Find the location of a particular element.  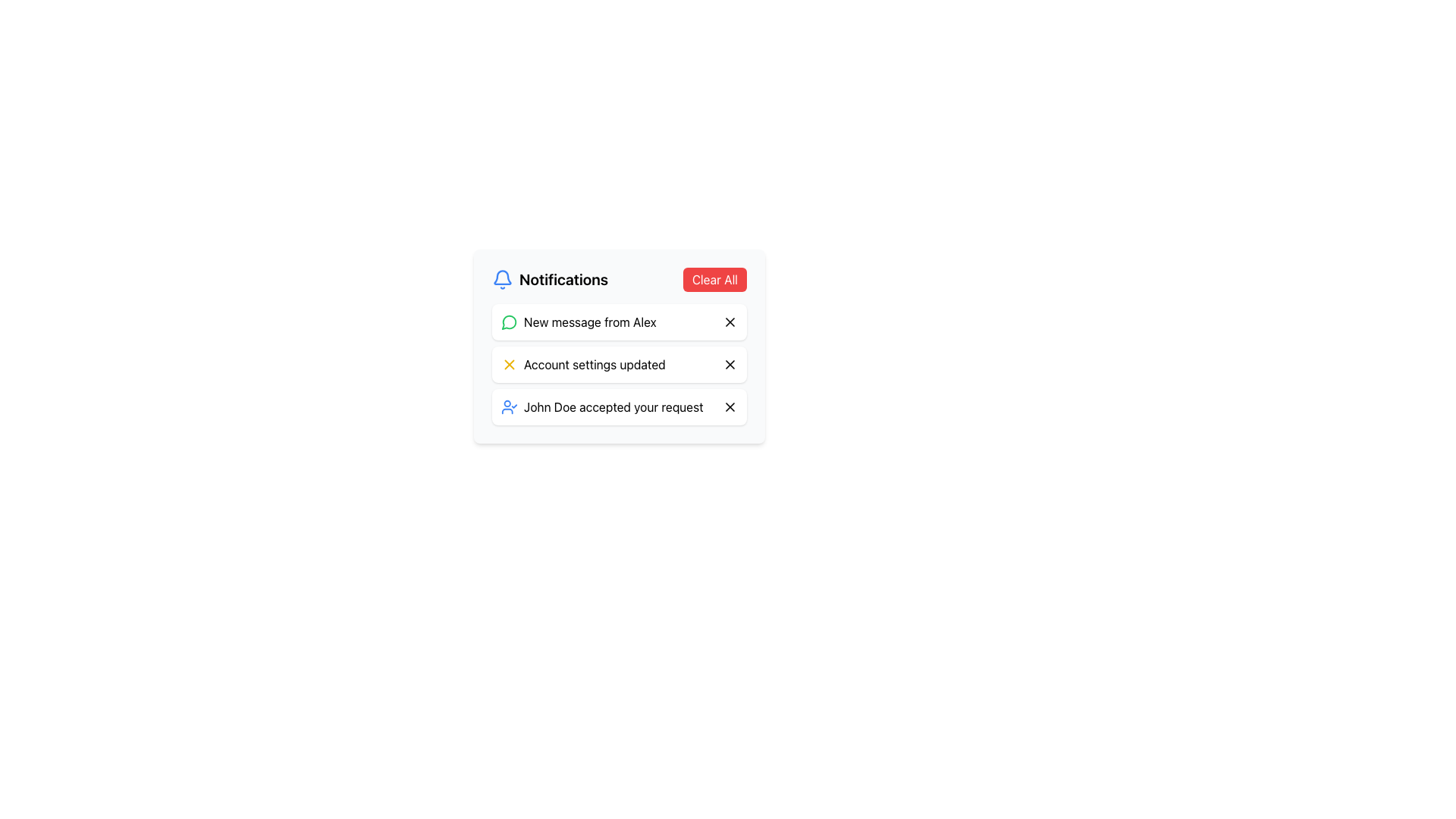

the button located to the far right of the third notification entry that indicates 'John Doe accepted your request' to change the icon color is located at coordinates (730, 406).